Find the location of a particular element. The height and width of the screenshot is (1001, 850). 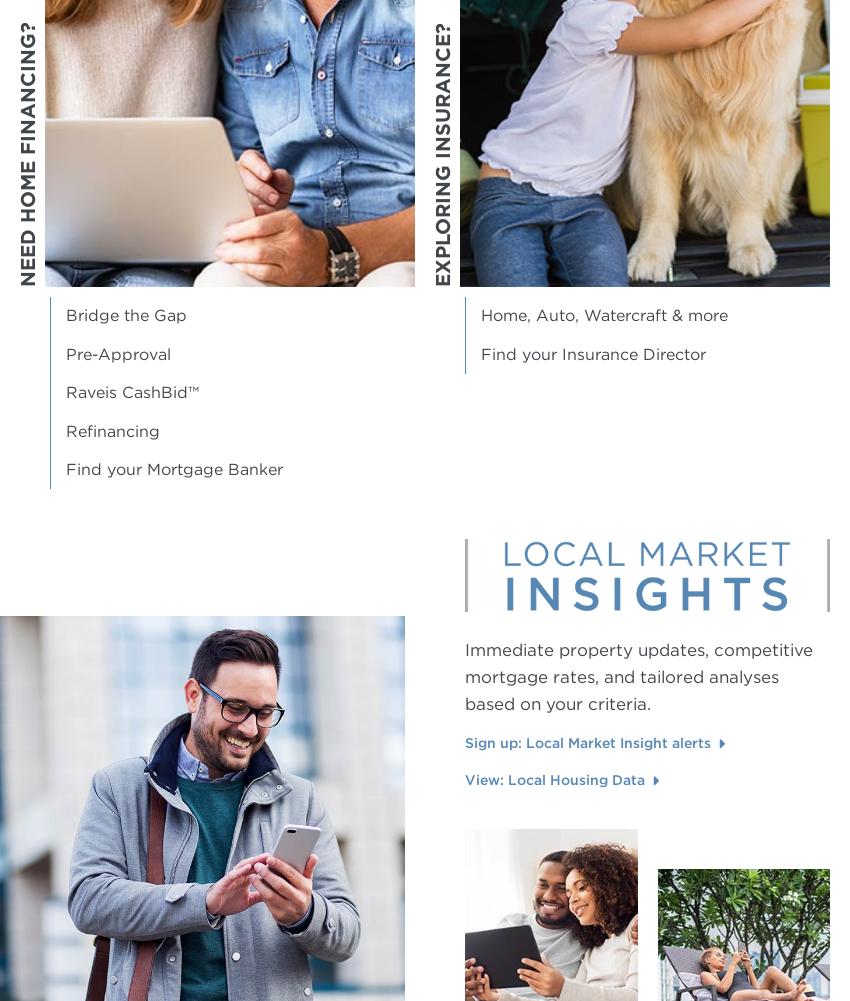

'Home, Auto, Watercraft & more' is located at coordinates (481, 315).